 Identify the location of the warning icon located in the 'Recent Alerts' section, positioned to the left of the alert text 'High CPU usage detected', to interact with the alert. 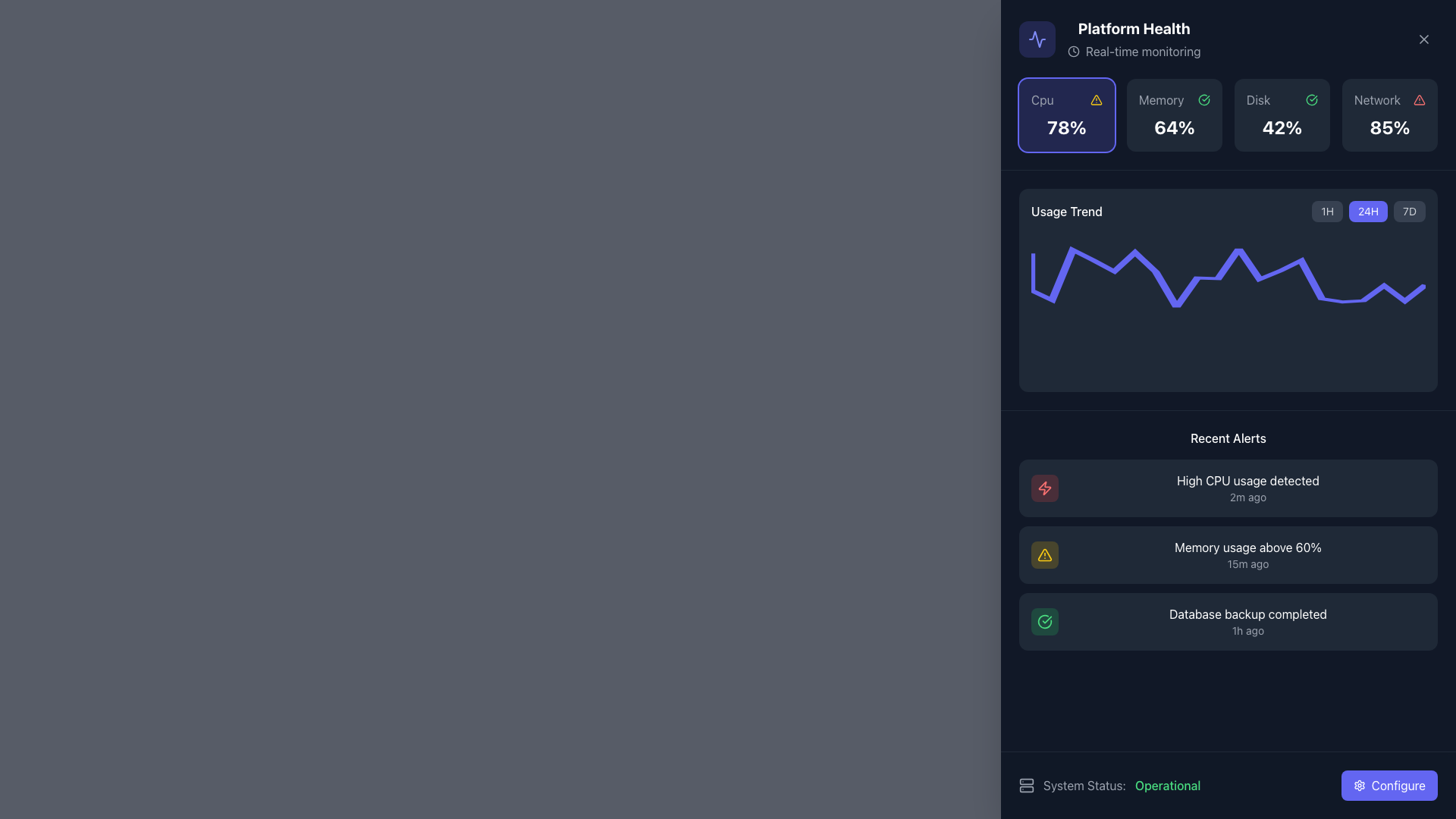
(1043, 488).